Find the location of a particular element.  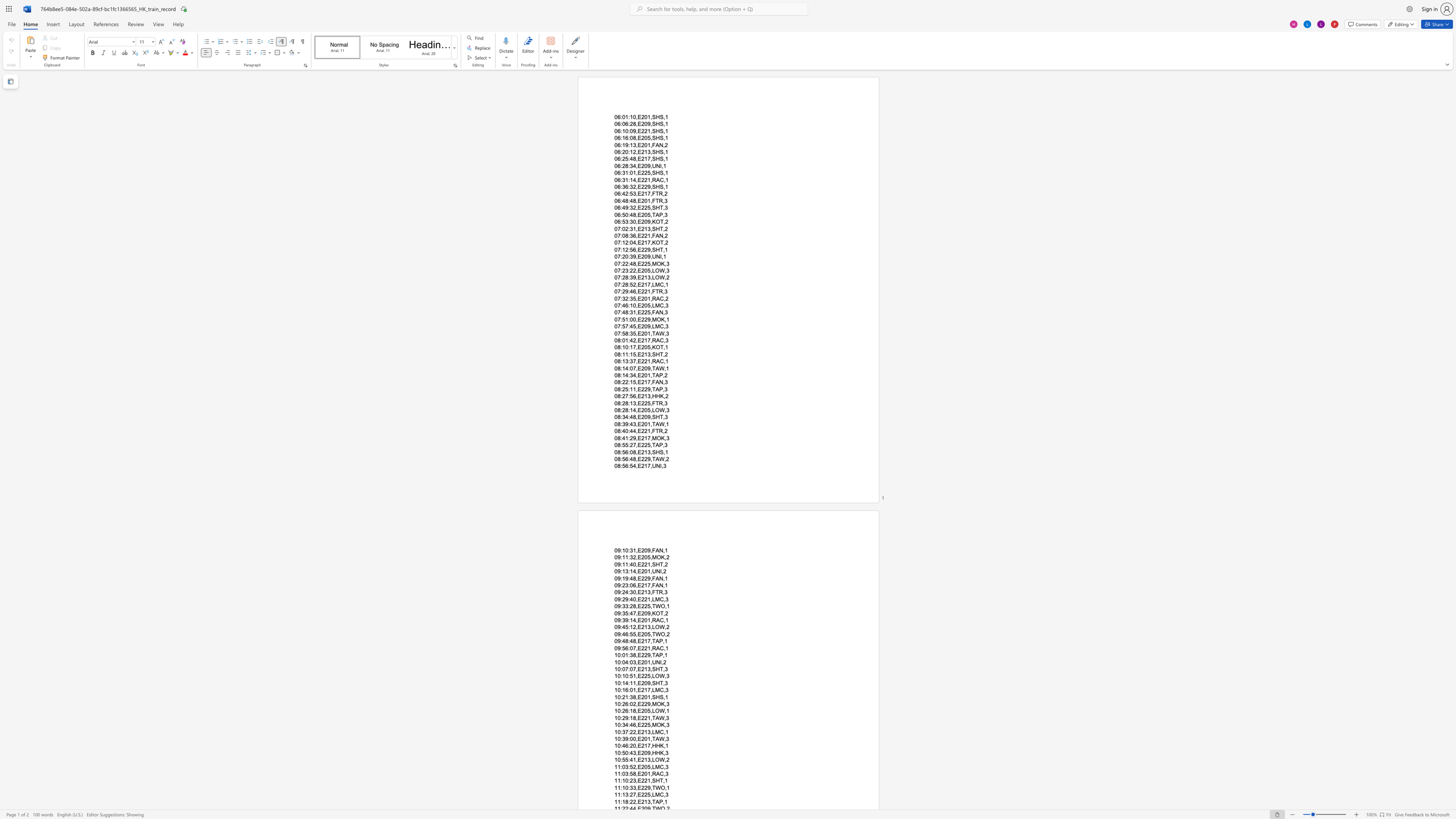

the subset text "P,2" within the text "08:14:34,E201,TAP,2" is located at coordinates (658, 375).